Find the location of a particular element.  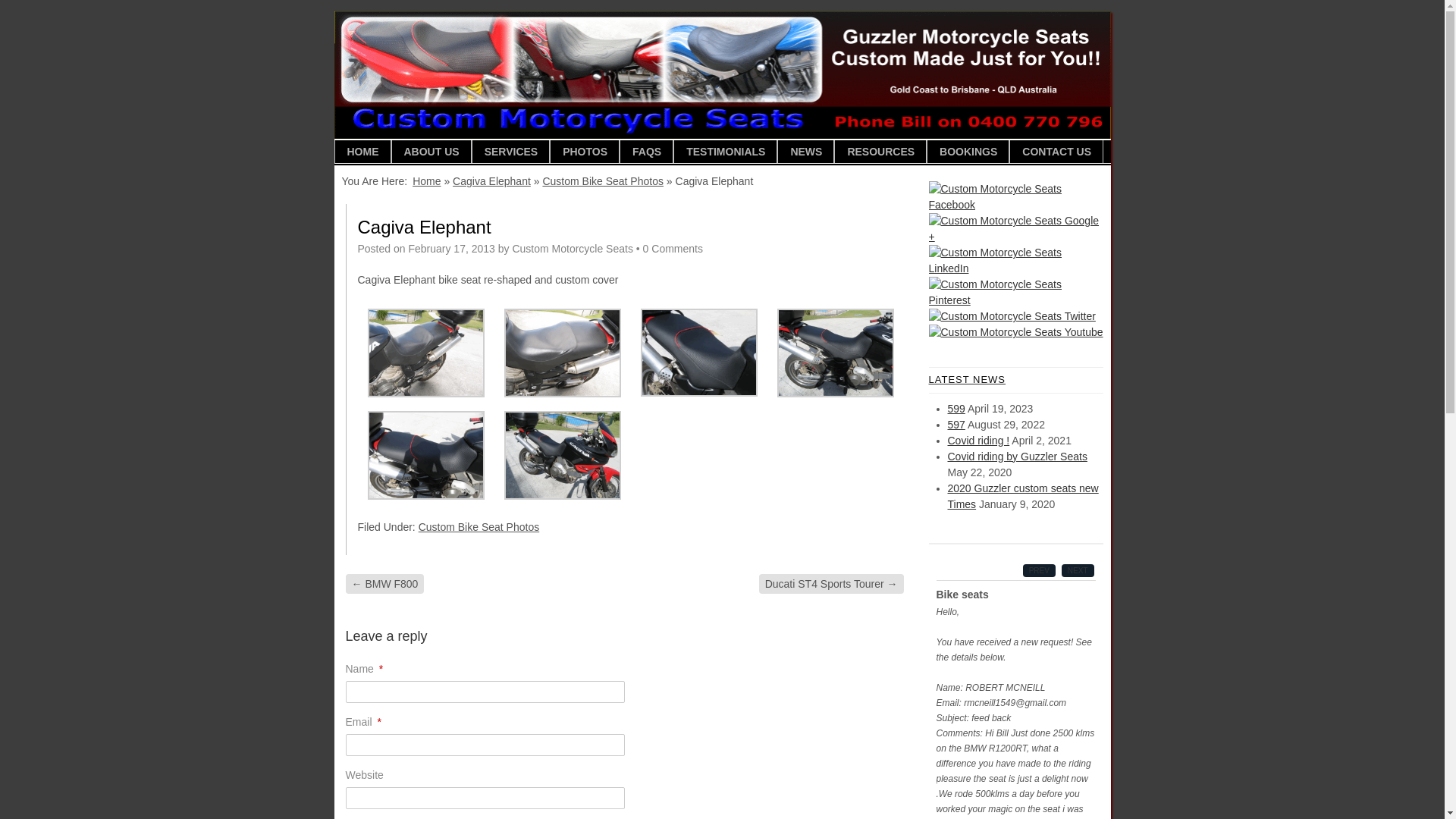

'2020 Guzzler custom seats new Times' is located at coordinates (946, 496).